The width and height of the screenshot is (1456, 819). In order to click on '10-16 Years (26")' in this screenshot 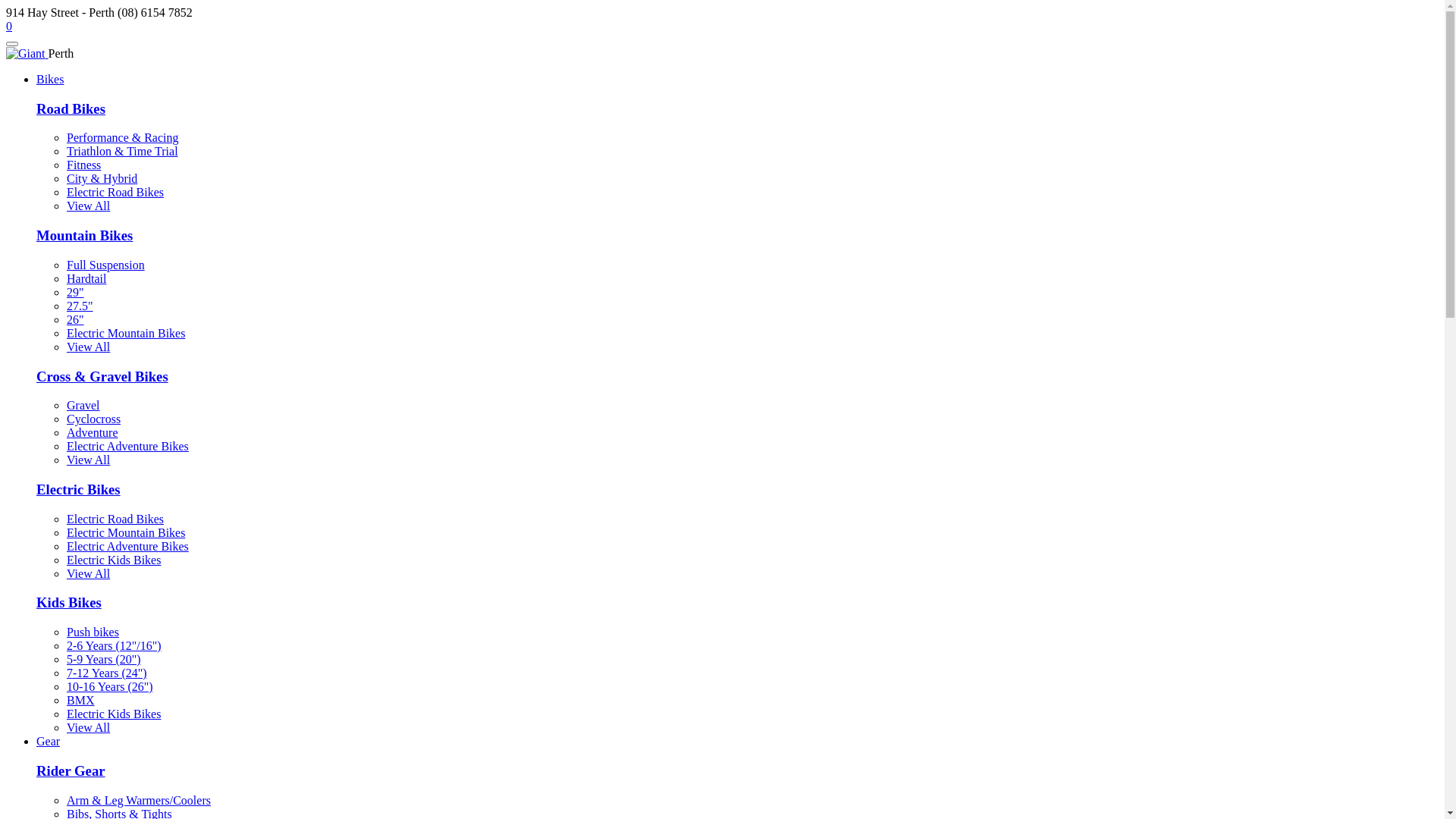, I will do `click(108, 686)`.